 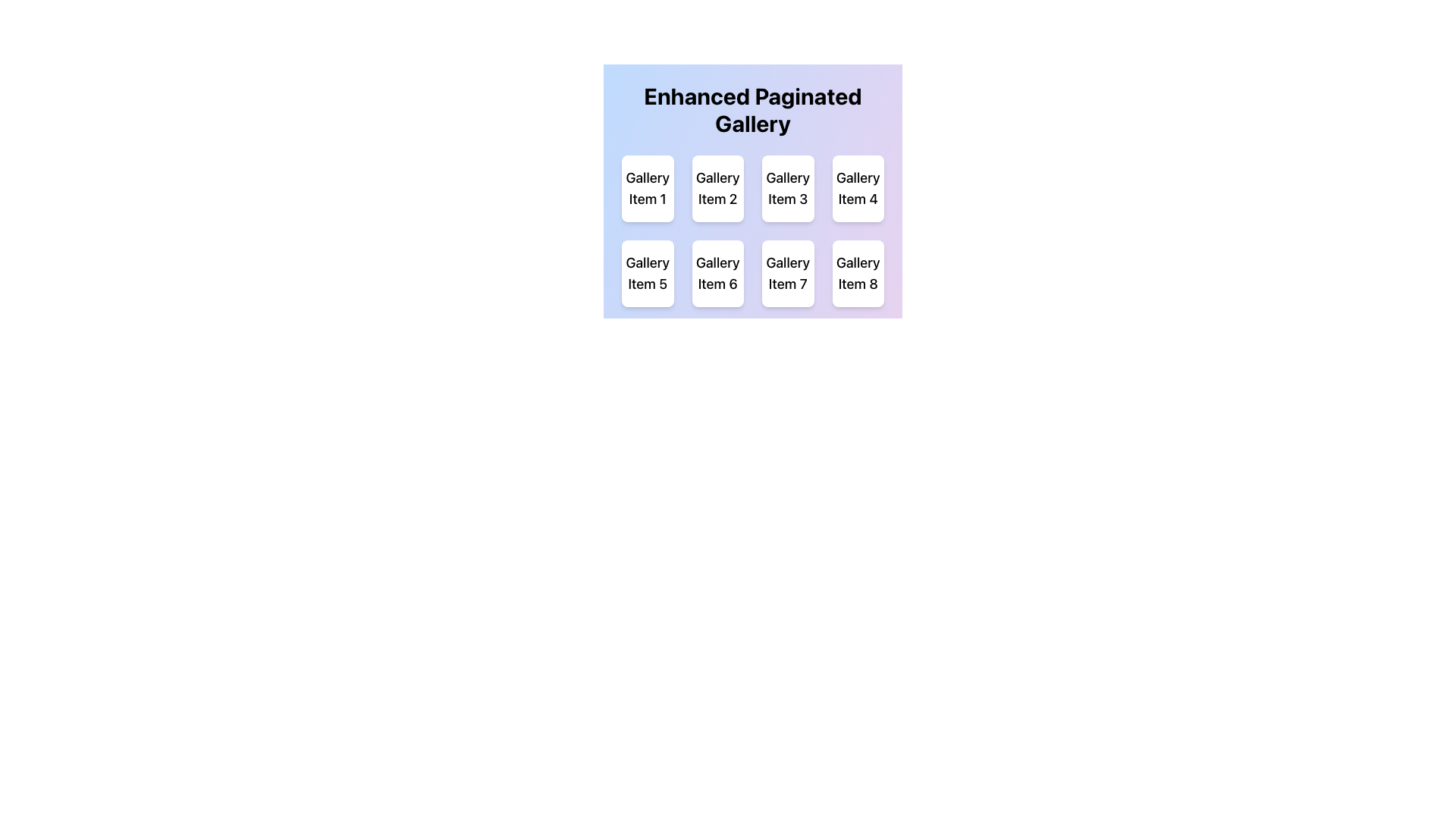 I want to click on the text label displaying 'Gallery Item 8' for interaction effects, which is located in the bottom-right corner of a grid layout, so click(x=858, y=274).